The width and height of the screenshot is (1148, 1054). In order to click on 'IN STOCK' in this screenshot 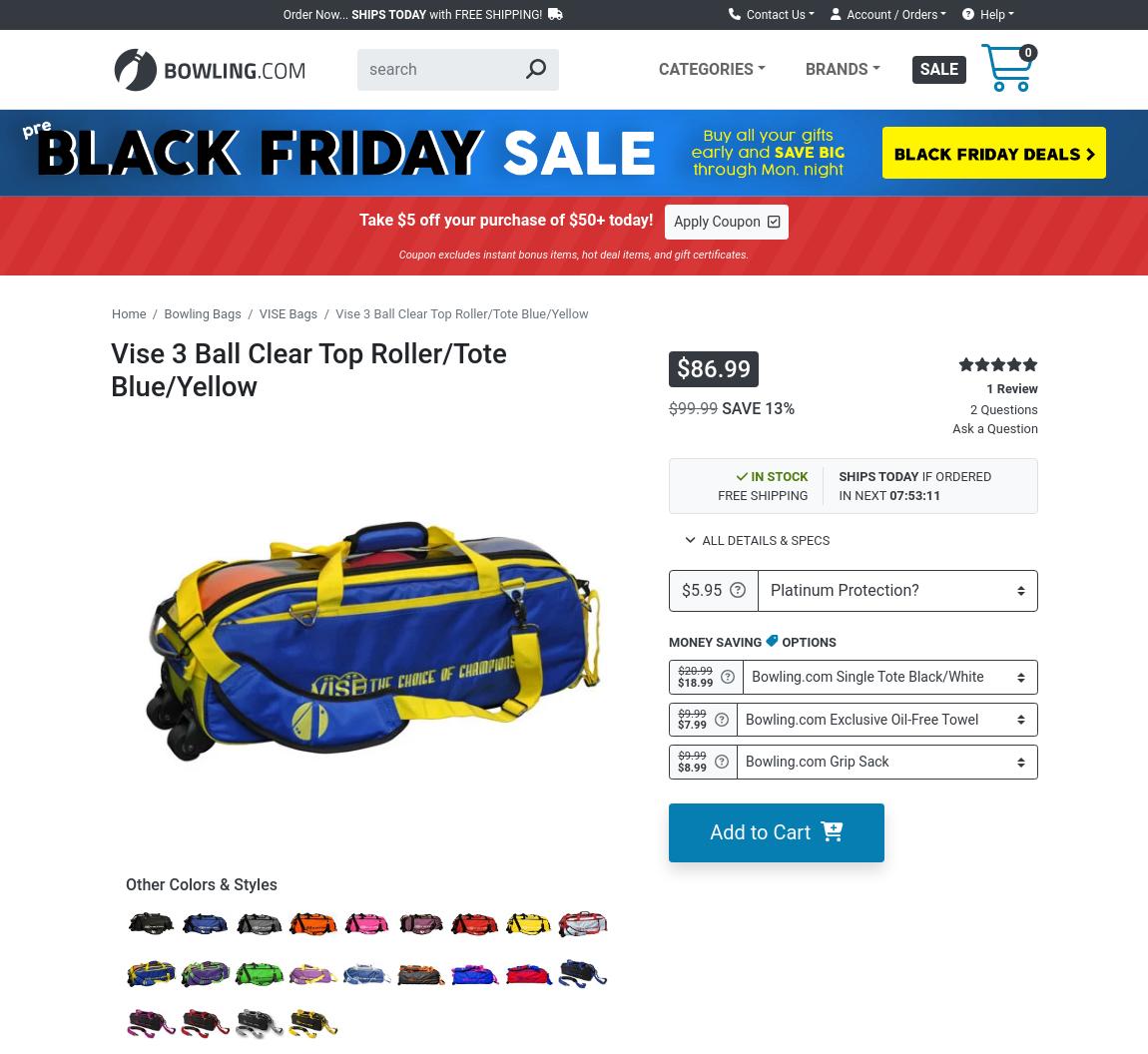, I will do `click(777, 474)`.